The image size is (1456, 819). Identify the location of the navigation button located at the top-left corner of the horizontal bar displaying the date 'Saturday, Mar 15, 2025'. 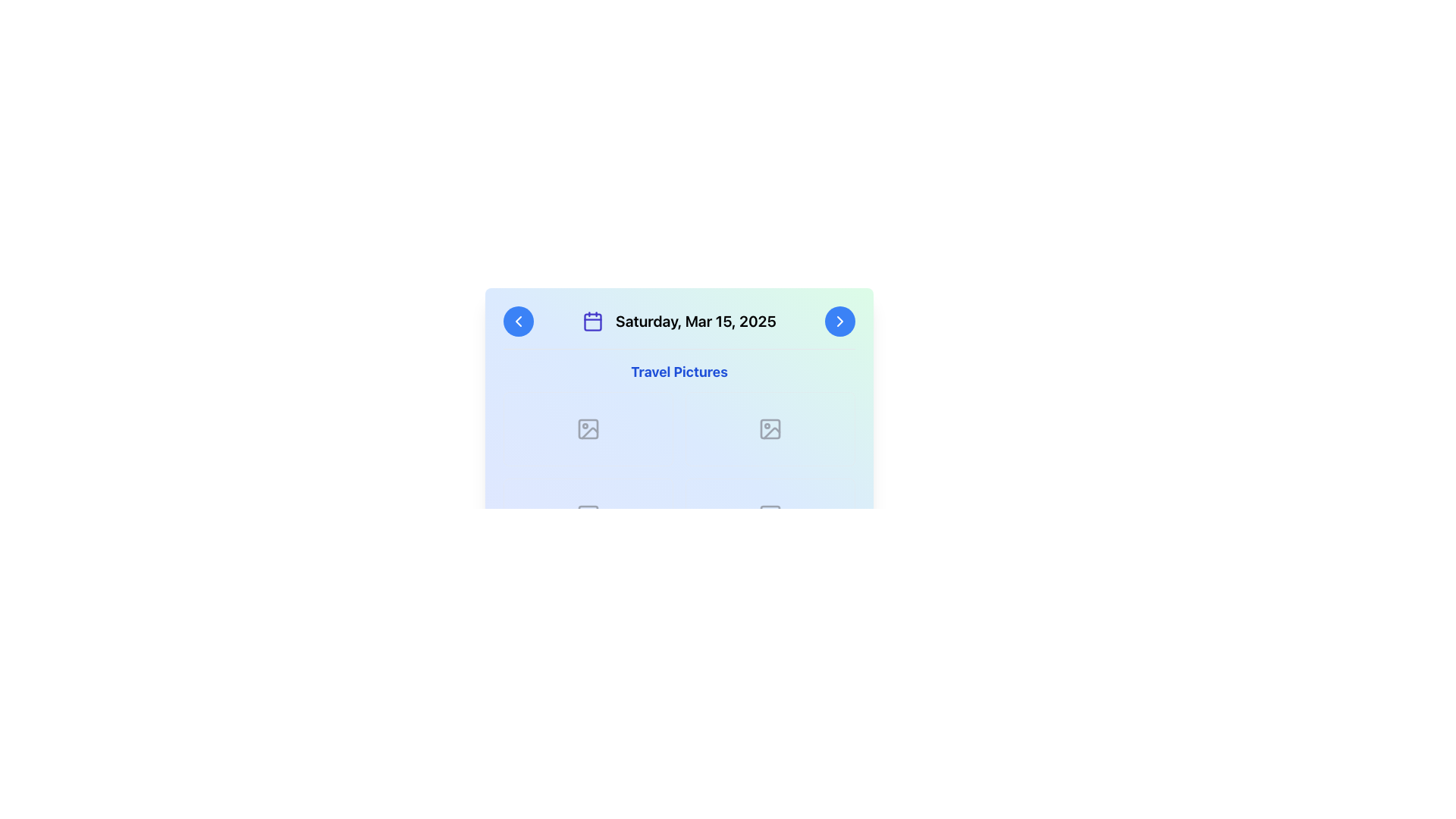
(519, 321).